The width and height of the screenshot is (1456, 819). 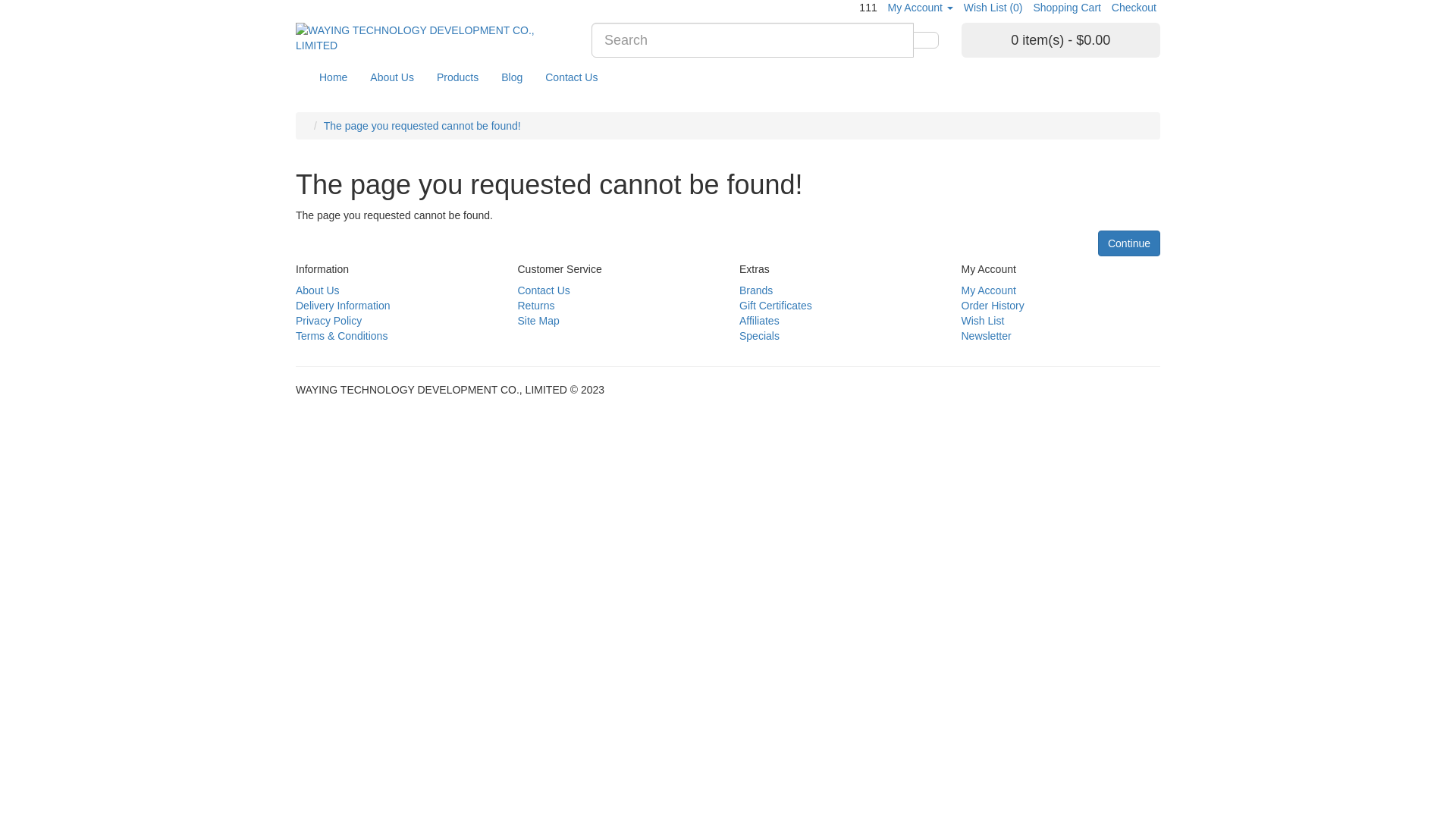 What do you see at coordinates (739, 305) in the screenshot?
I see `'Gift Certificates'` at bounding box center [739, 305].